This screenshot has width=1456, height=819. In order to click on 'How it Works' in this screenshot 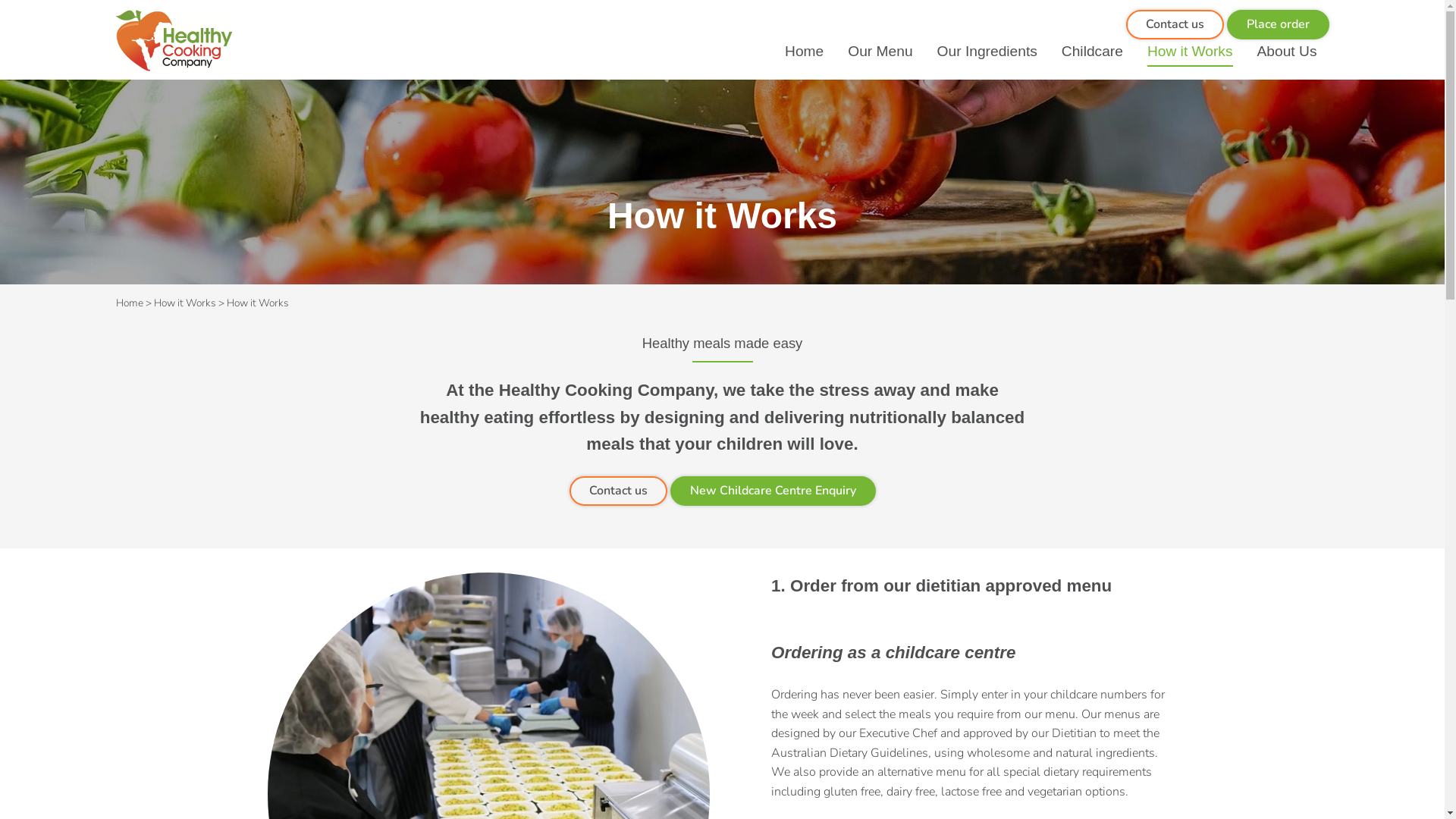, I will do `click(184, 303)`.